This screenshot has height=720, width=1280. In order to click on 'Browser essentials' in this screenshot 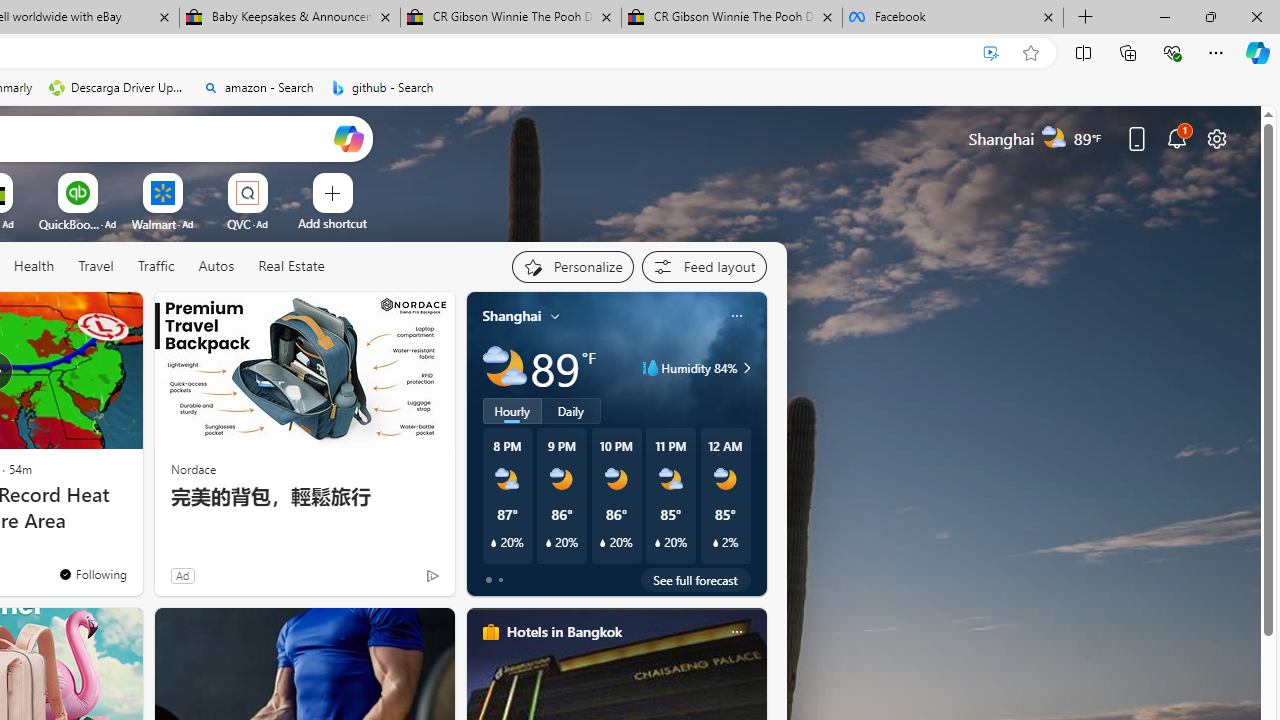, I will do `click(1171, 51)`.